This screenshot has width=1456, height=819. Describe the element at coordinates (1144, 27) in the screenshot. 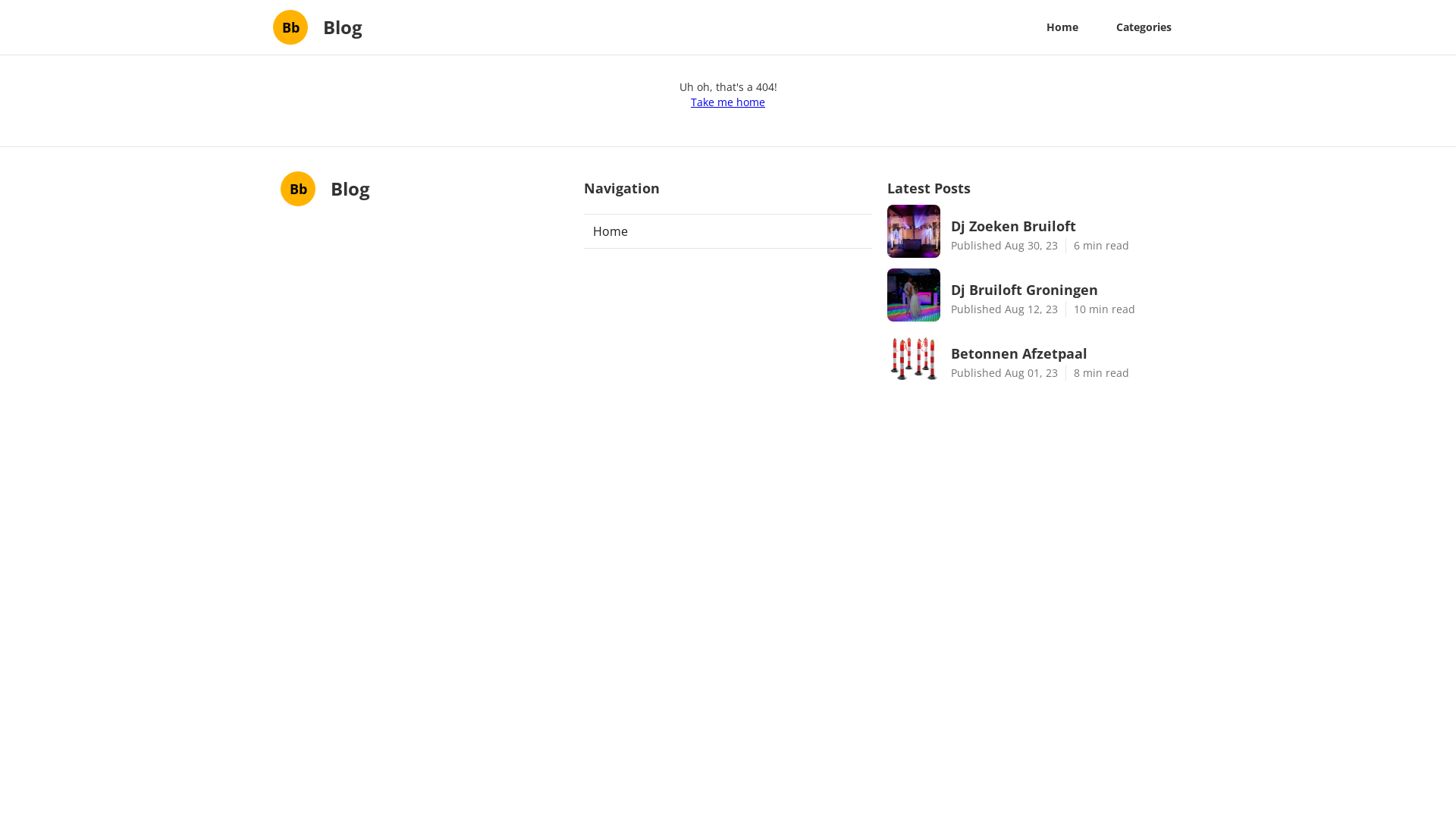

I see `'Categories'` at that location.